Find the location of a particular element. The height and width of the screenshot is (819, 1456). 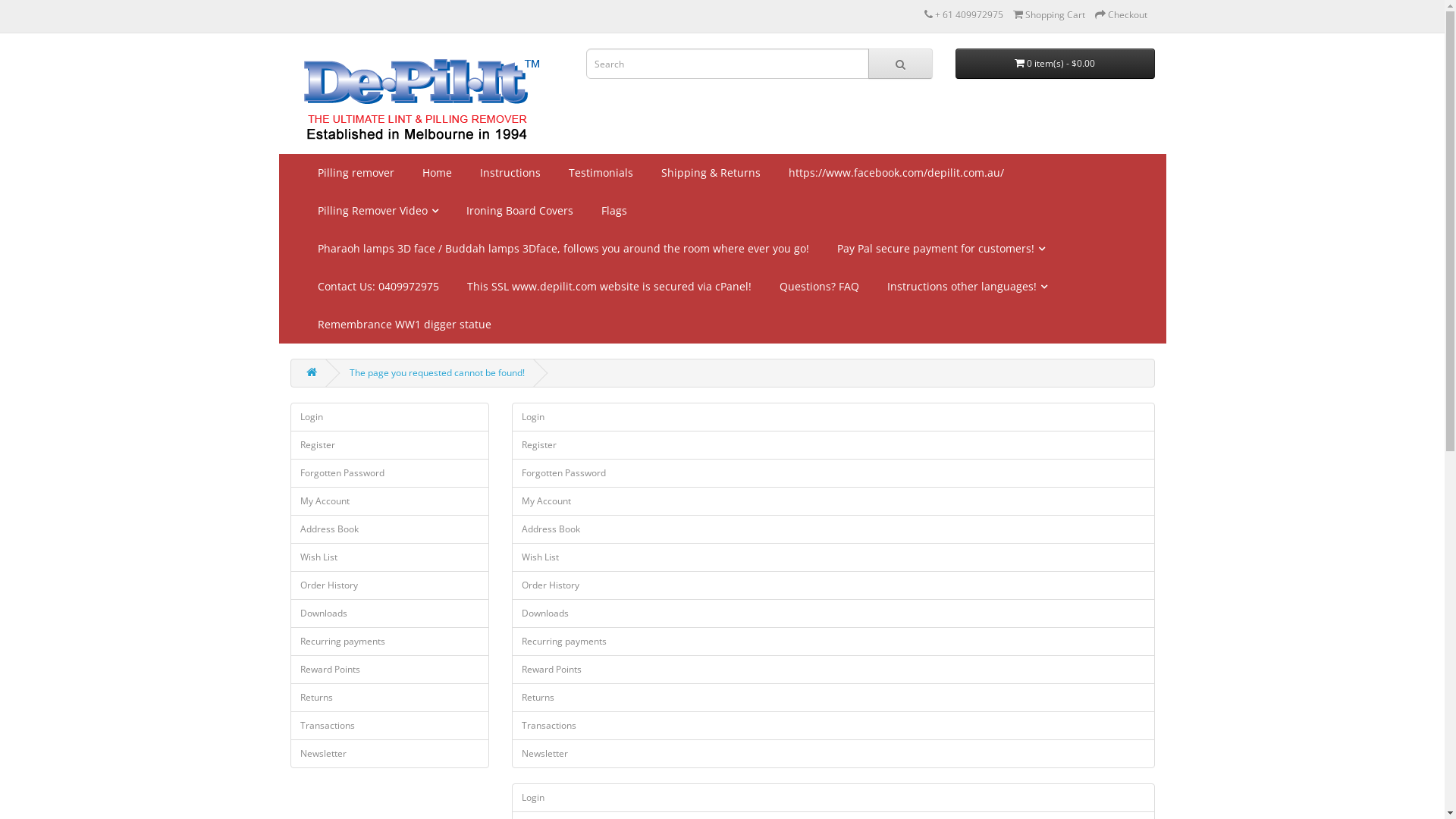

'Testimonials' is located at coordinates (597, 171).